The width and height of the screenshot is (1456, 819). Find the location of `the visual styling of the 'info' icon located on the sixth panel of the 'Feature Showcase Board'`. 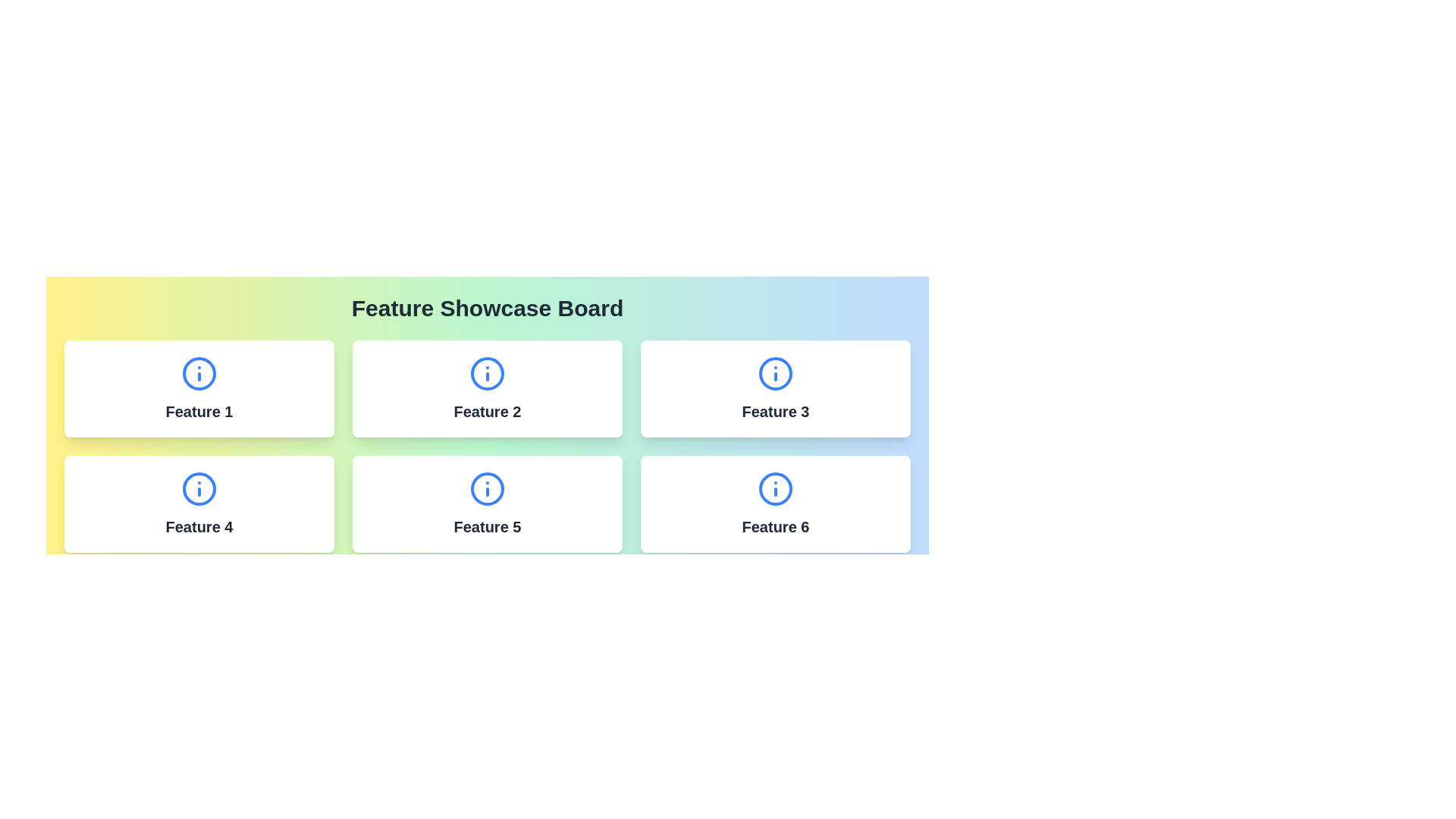

the visual styling of the 'info' icon located on the sixth panel of the 'Feature Showcase Board' is located at coordinates (775, 488).